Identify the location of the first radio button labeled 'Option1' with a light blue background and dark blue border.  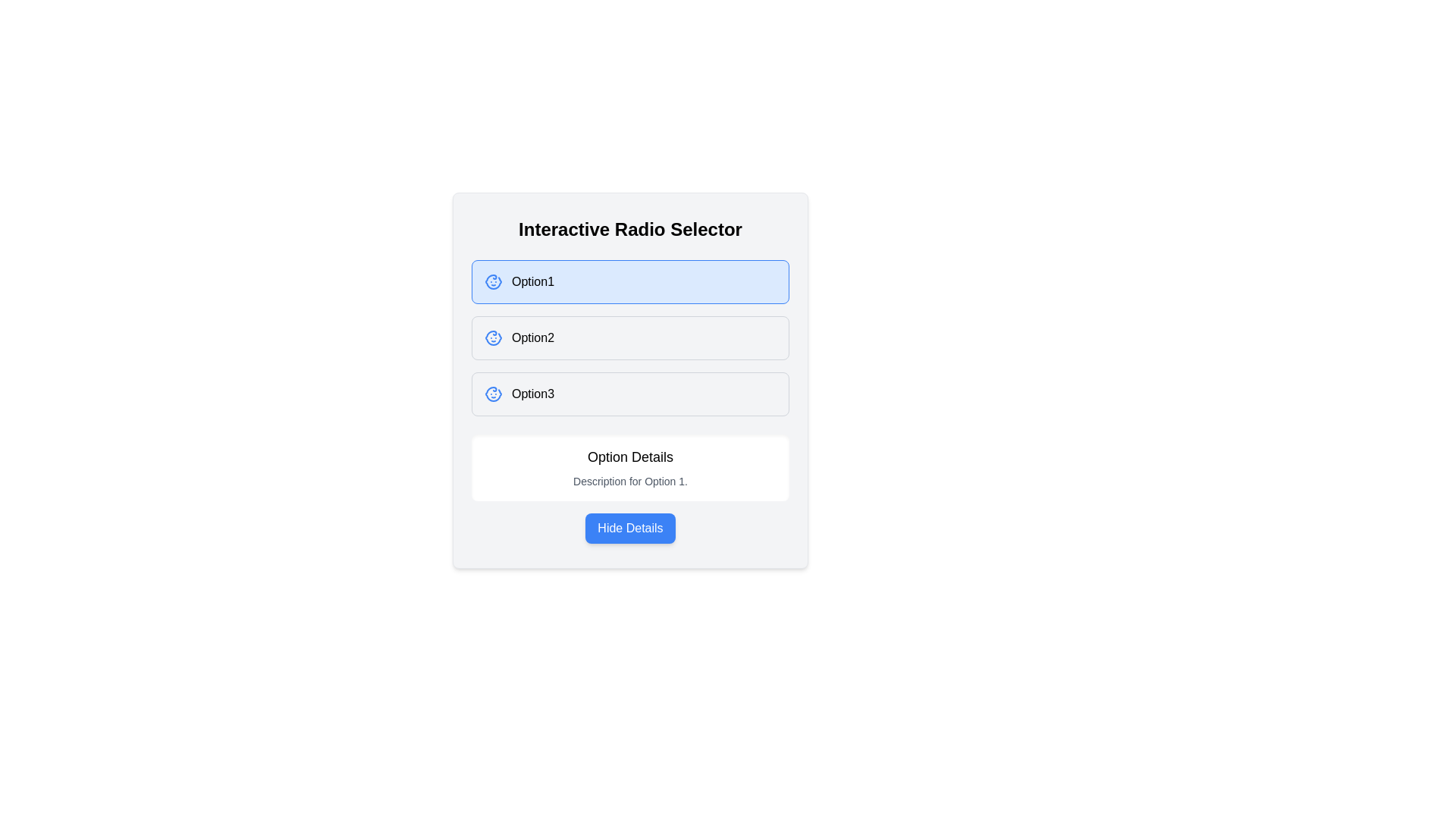
(630, 281).